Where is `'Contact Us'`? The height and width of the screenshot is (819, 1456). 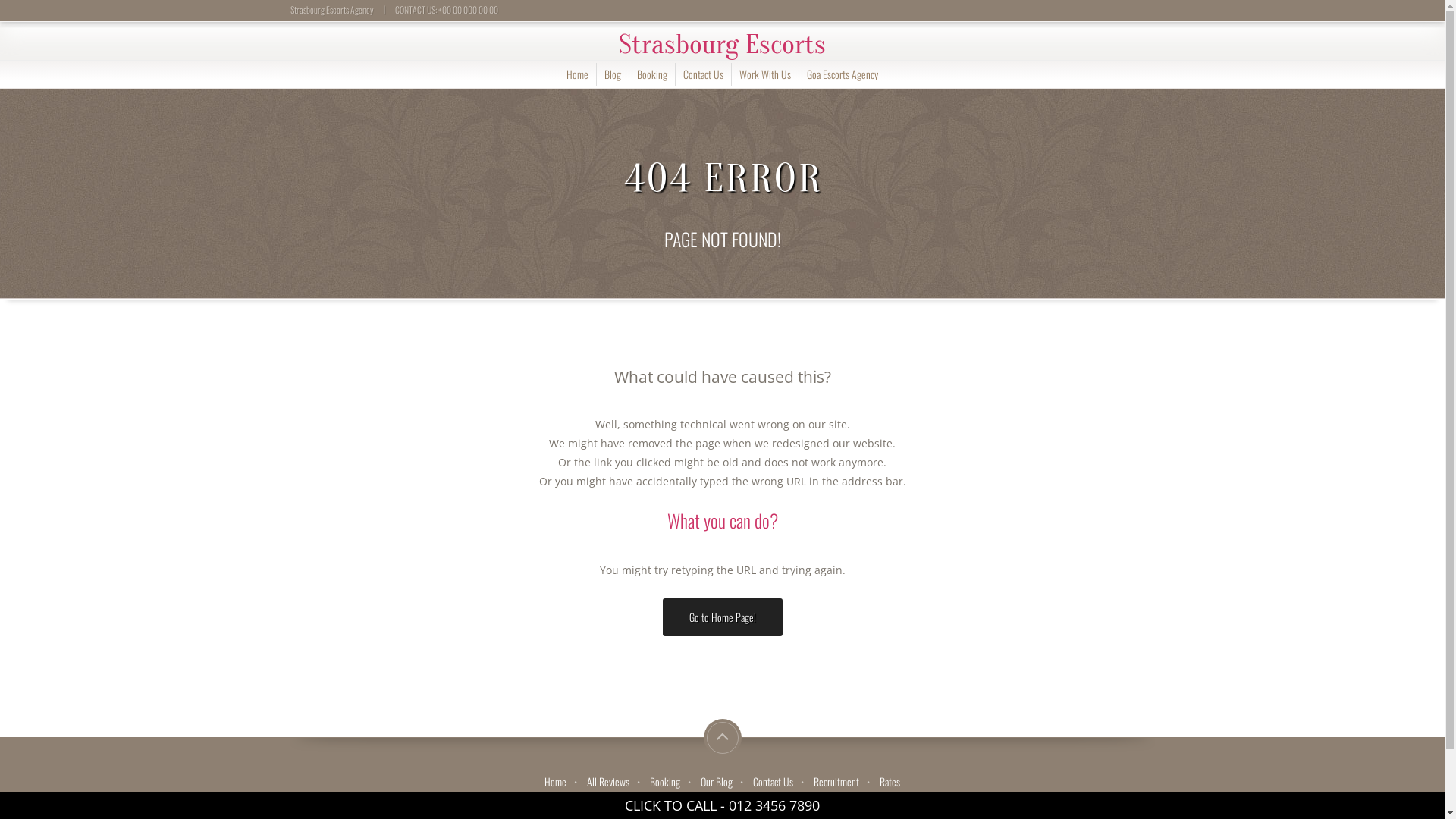 'Contact Us' is located at coordinates (673, 74).